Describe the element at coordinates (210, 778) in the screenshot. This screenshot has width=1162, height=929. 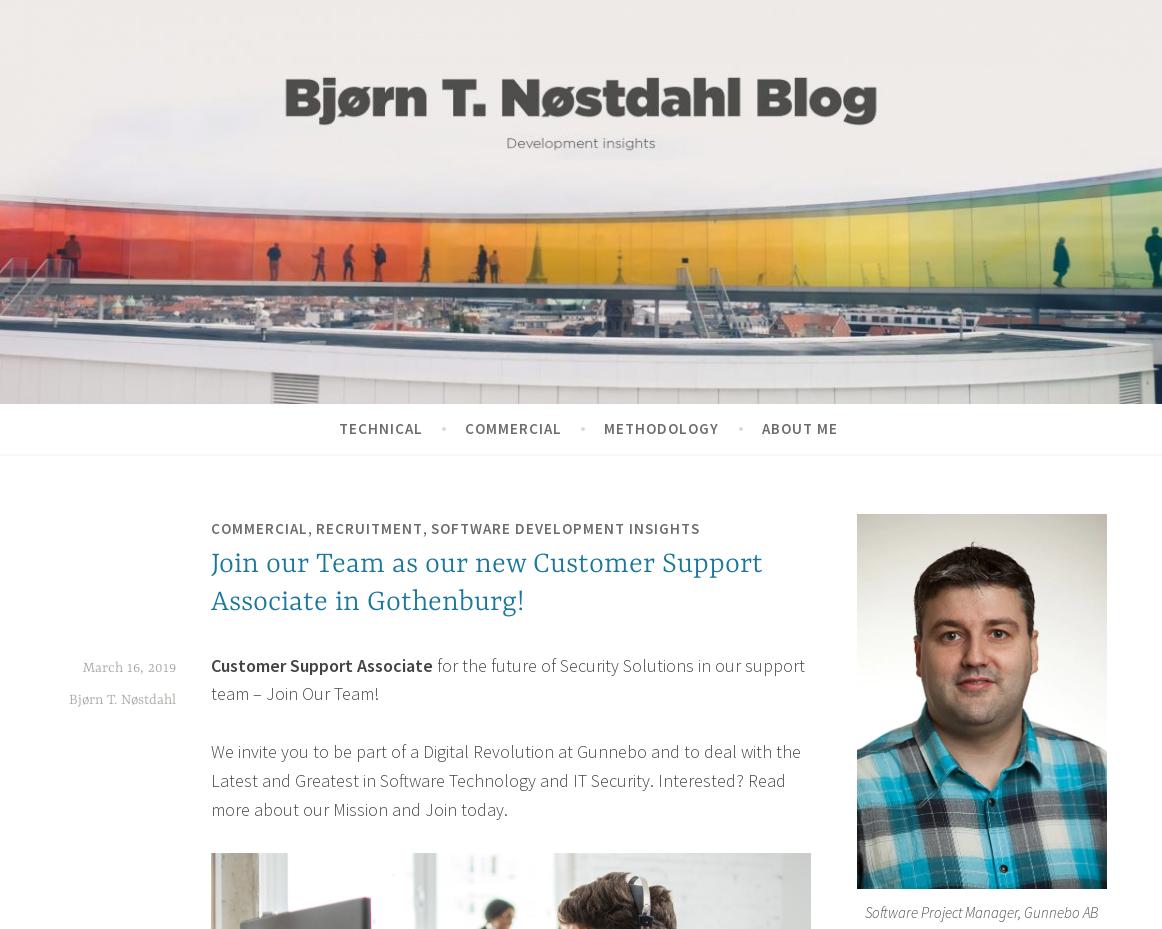
I see `'We invite you to be part of a Digital Revolution at Gunnebo and to deal with the Latest and Greatest in Software Technology and IT Security. Interested? Read more about our Mission and Join today.'` at that location.